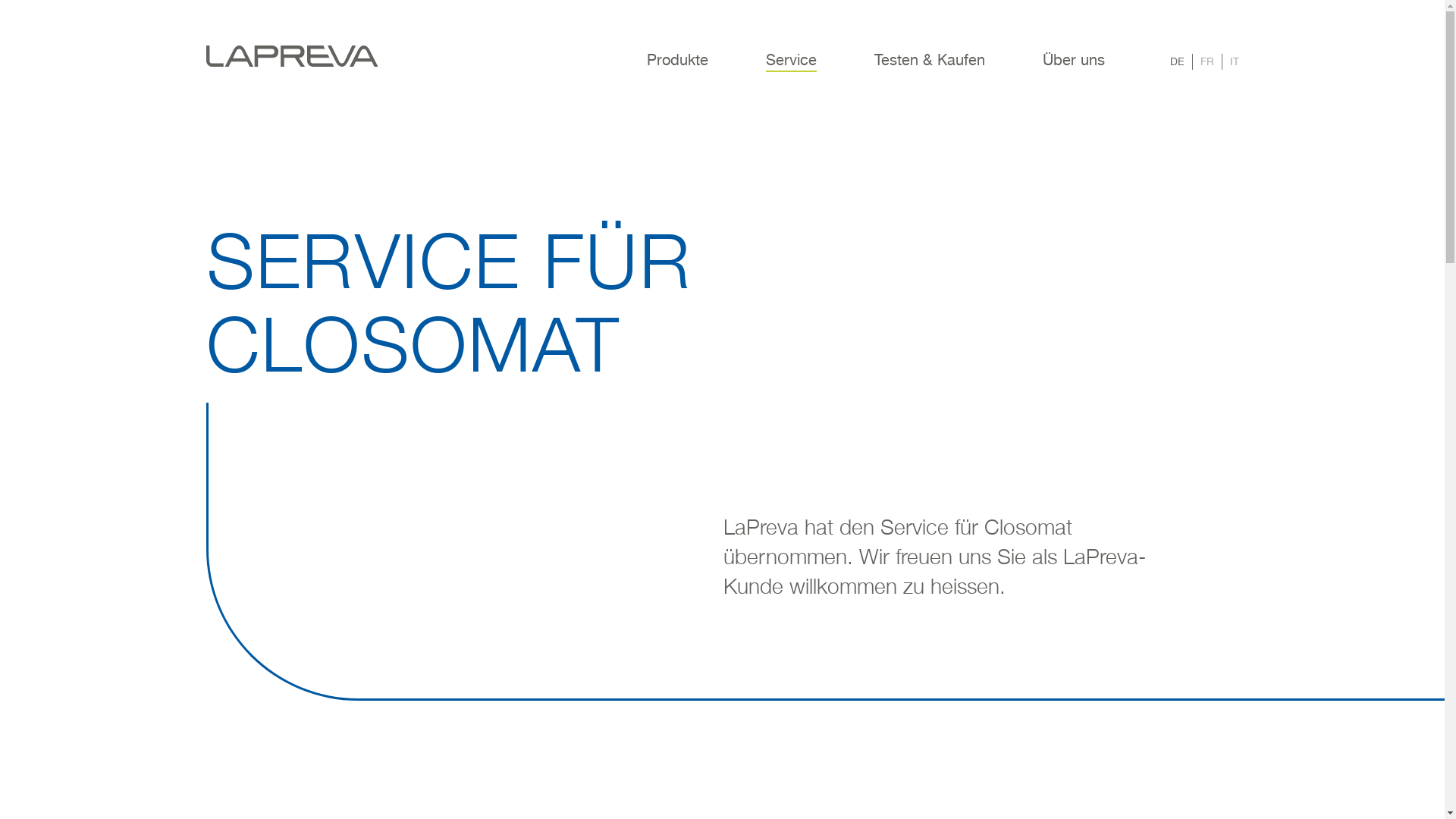 This screenshot has height=819, width=1456. What do you see at coordinates (676, 70) in the screenshot?
I see `'Produkte'` at bounding box center [676, 70].